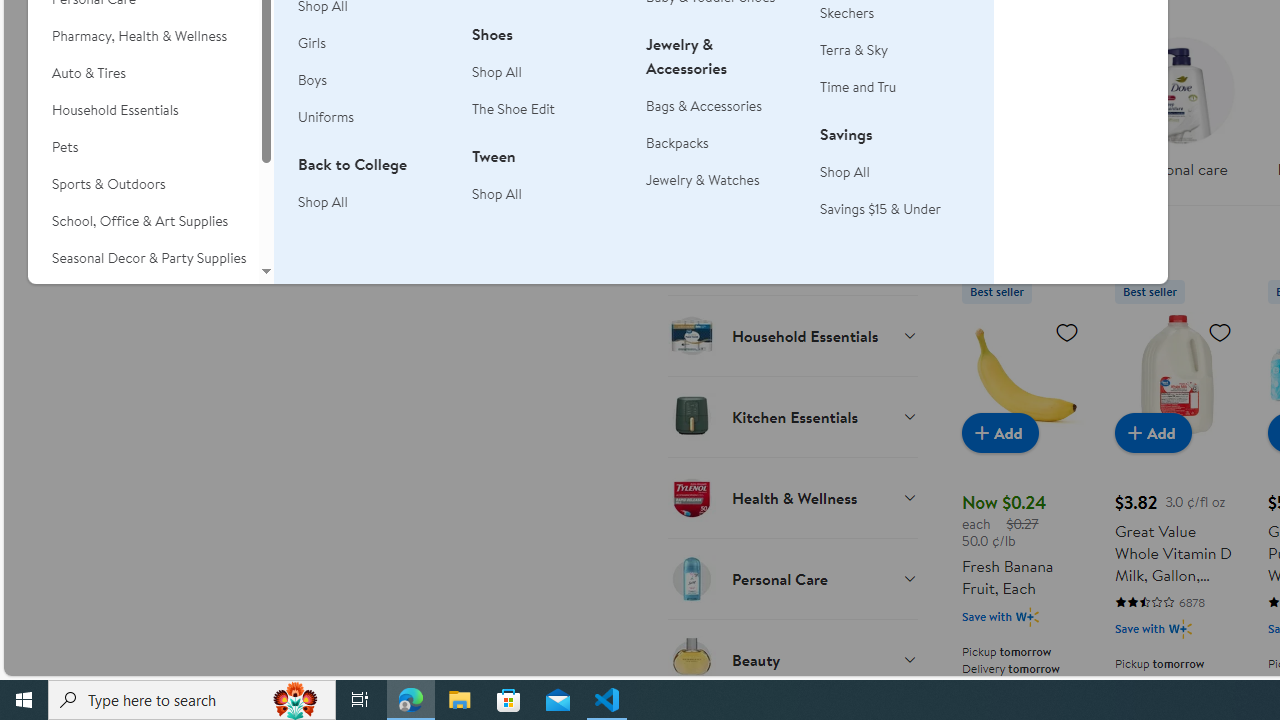 The height and width of the screenshot is (720, 1280). I want to click on 'Sports & Outdoors', so click(142, 184).